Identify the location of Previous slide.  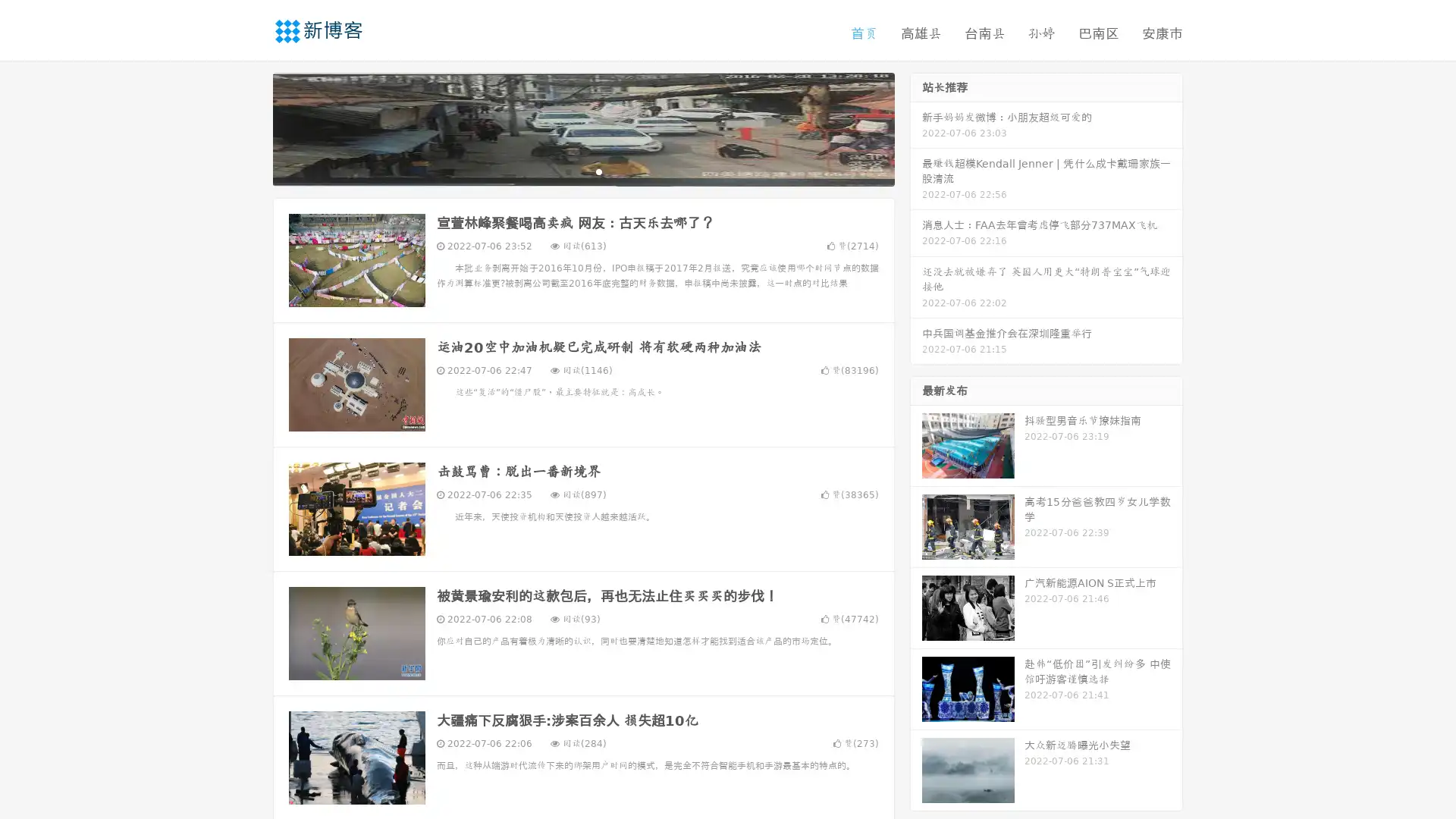
(250, 127).